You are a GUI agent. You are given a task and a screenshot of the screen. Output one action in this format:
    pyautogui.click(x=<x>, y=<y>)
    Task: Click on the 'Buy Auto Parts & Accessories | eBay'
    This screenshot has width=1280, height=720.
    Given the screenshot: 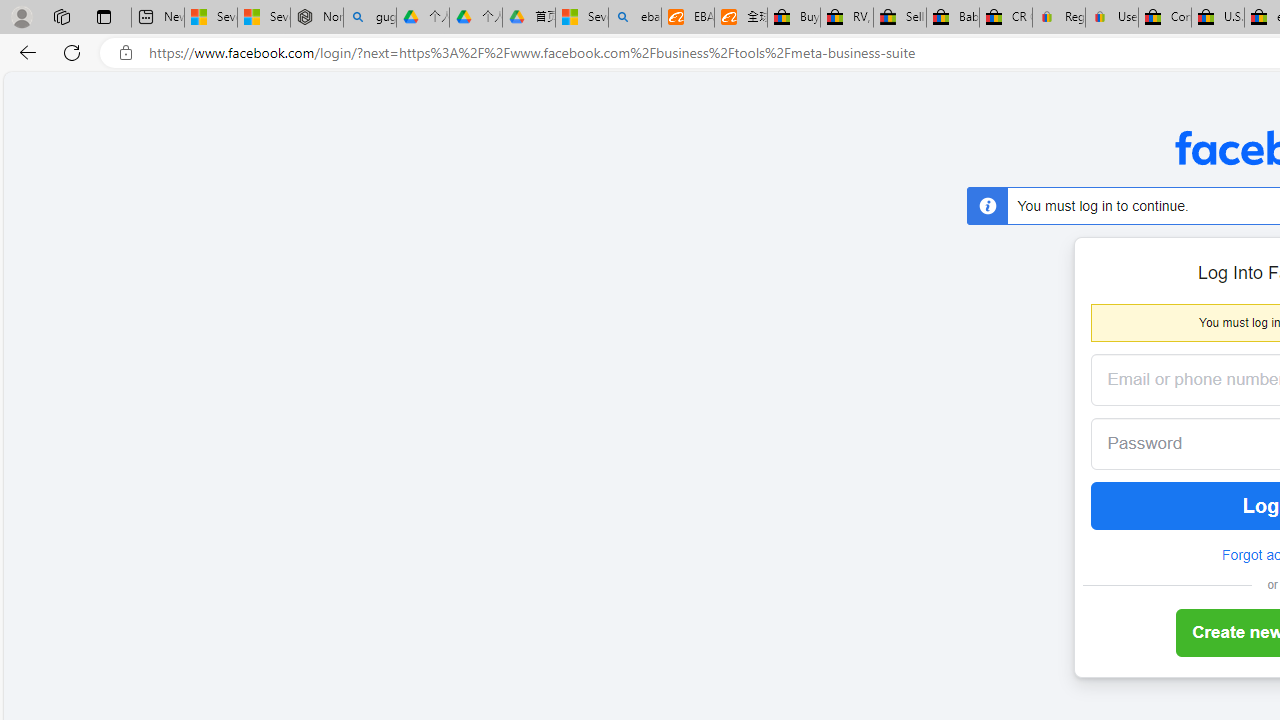 What is the action you would take?
    pyautogui.click(x=793, y=17)
    